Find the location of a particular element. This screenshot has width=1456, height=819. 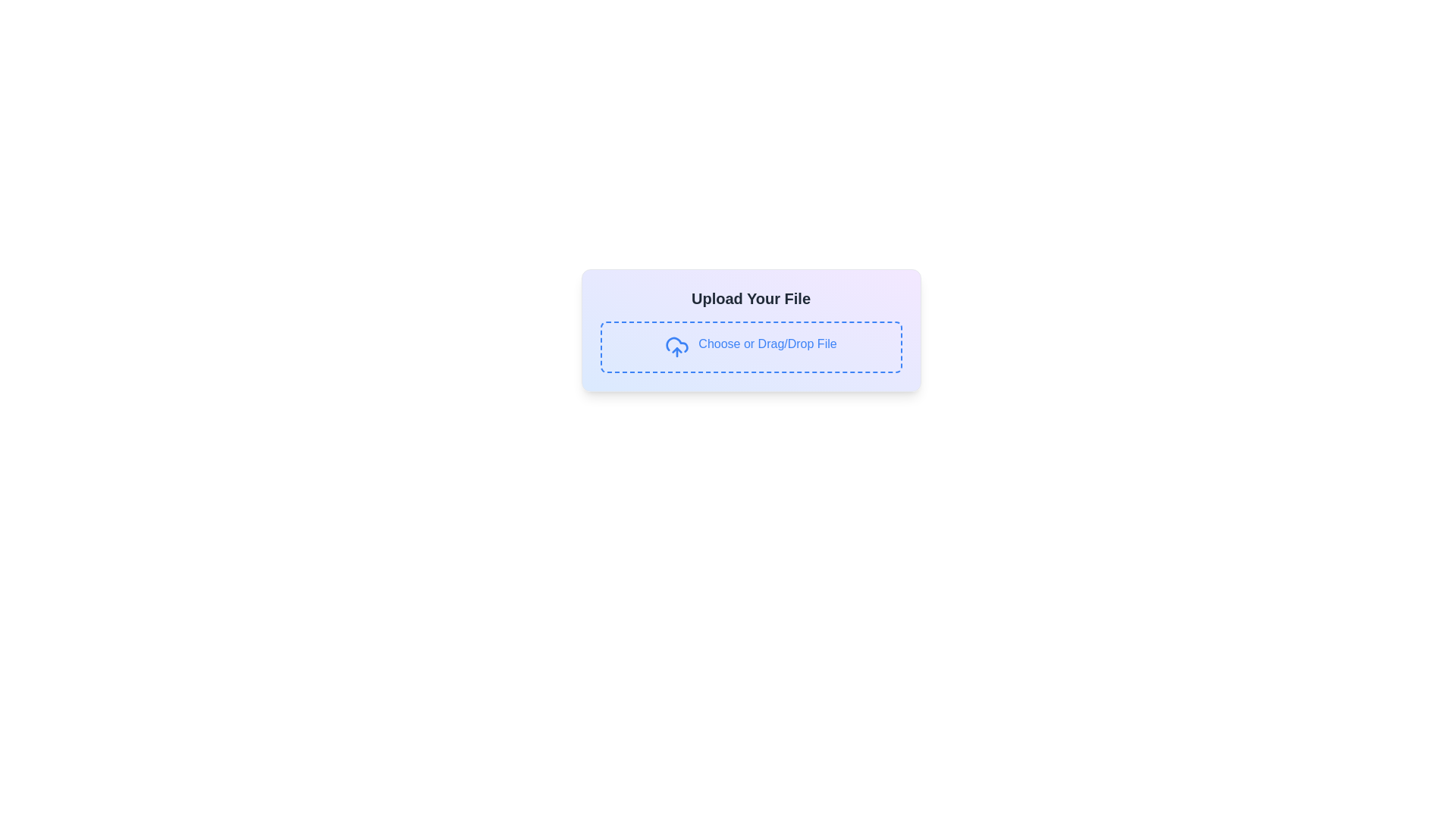

the bold heading text that reads 'Upload Your File', which is centrally located above a dashed bordered box labeled 'Choose or Drag/Drop File' is located at coordinates (751, 298).